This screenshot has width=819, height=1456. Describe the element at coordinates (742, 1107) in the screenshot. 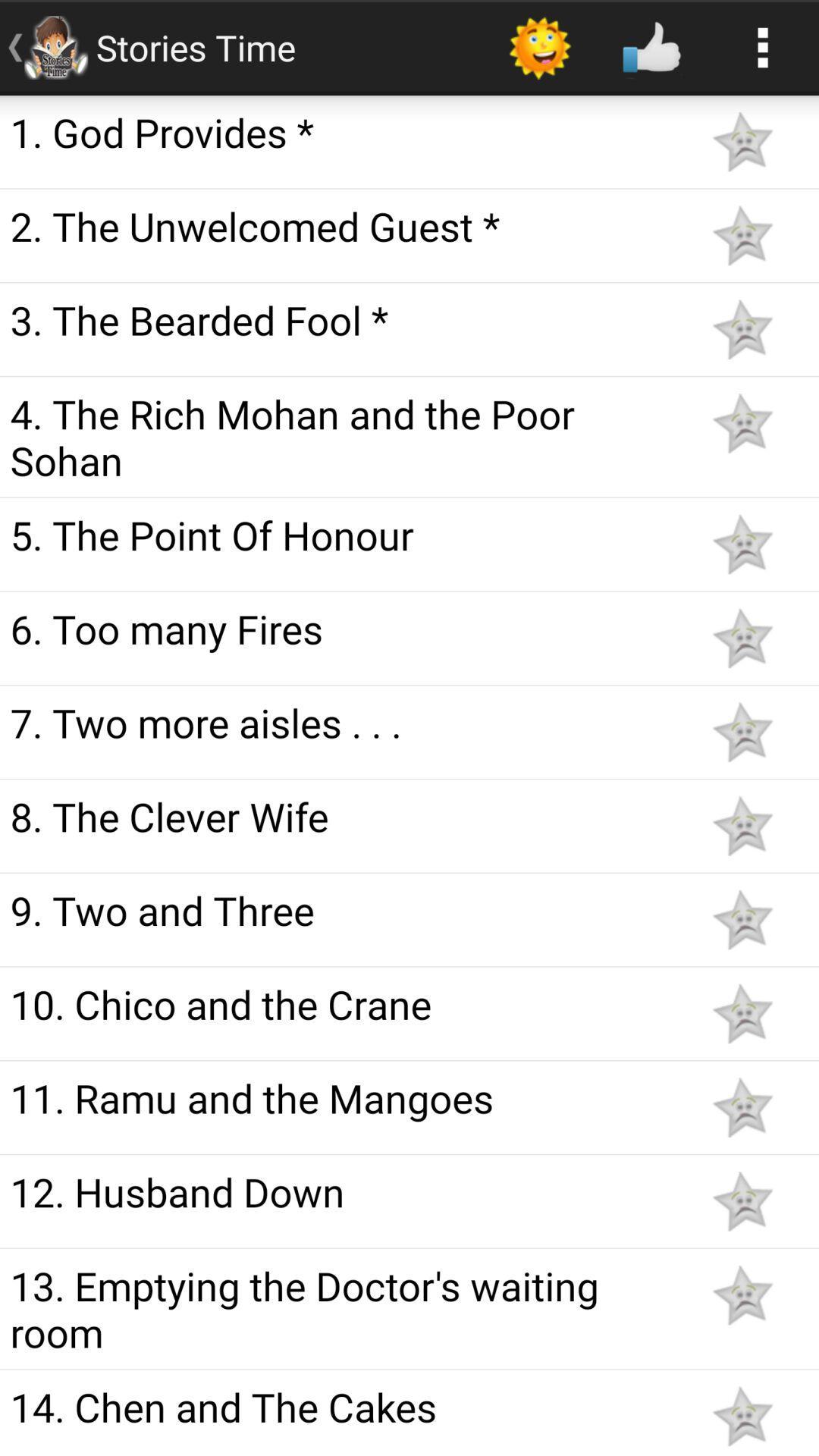

I see `include favorites` at that location.